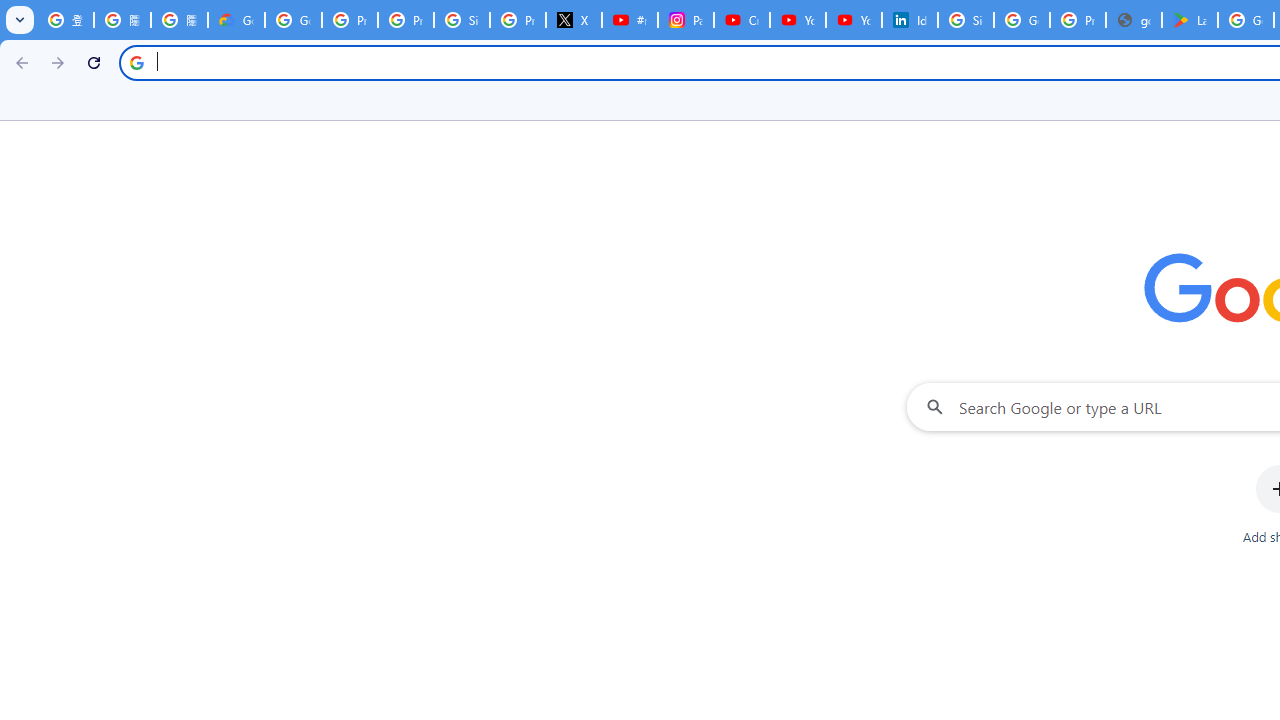 This screenshot has width=1280, height=720. Describe the element at coordinates (853, 20) in the screenshot. I see `'YouTube Culture & Trends - YouTube Top 10, 2021'` at that location.